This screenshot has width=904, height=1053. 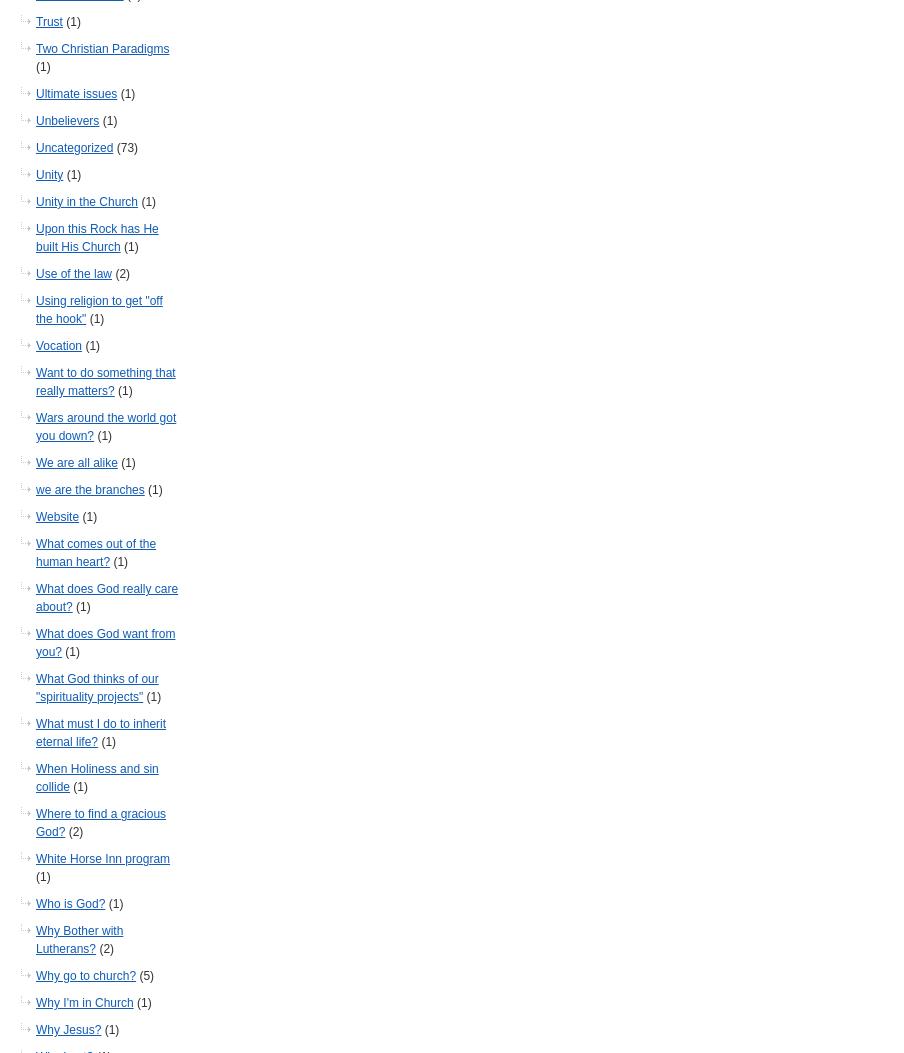 I want to click on 'What must I do to inherit eternal life?', so click(x=34, y=731).